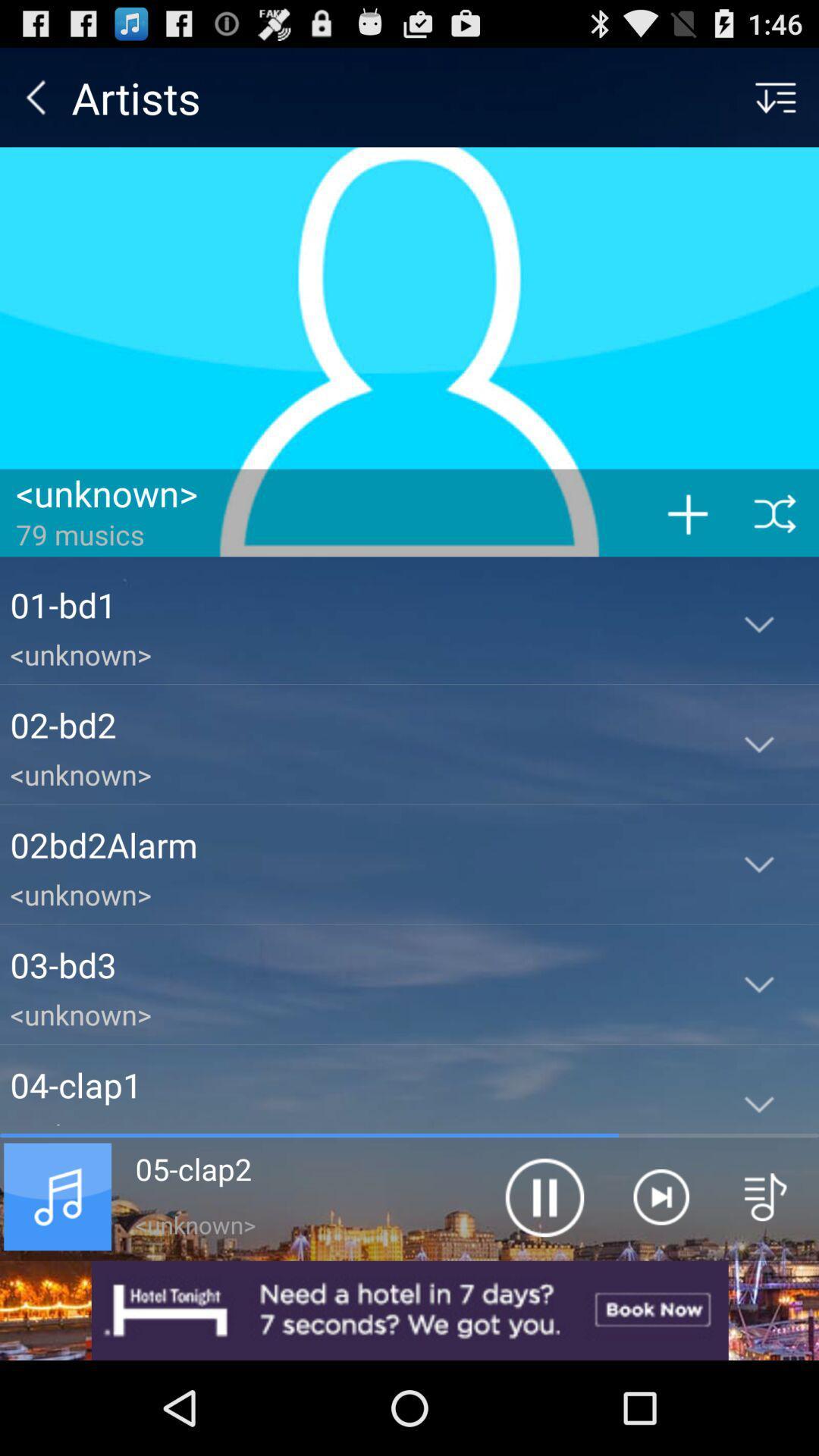 The image size is (819, 1456). I want to click on the 02bd2alarm app, so click(354, 844).